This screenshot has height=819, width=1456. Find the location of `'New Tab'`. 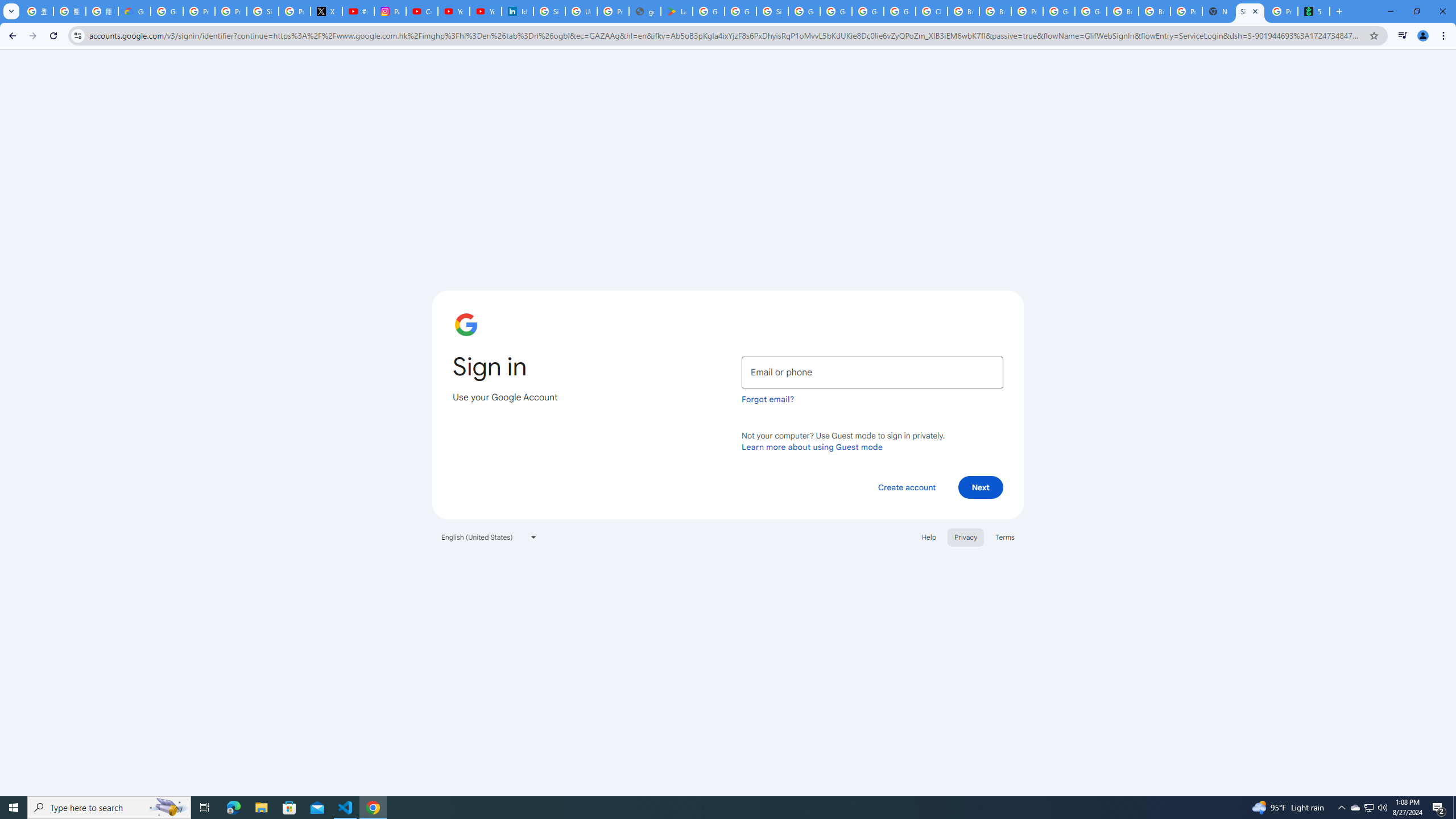

'New Tab' is located at coordinates (1217, 11).